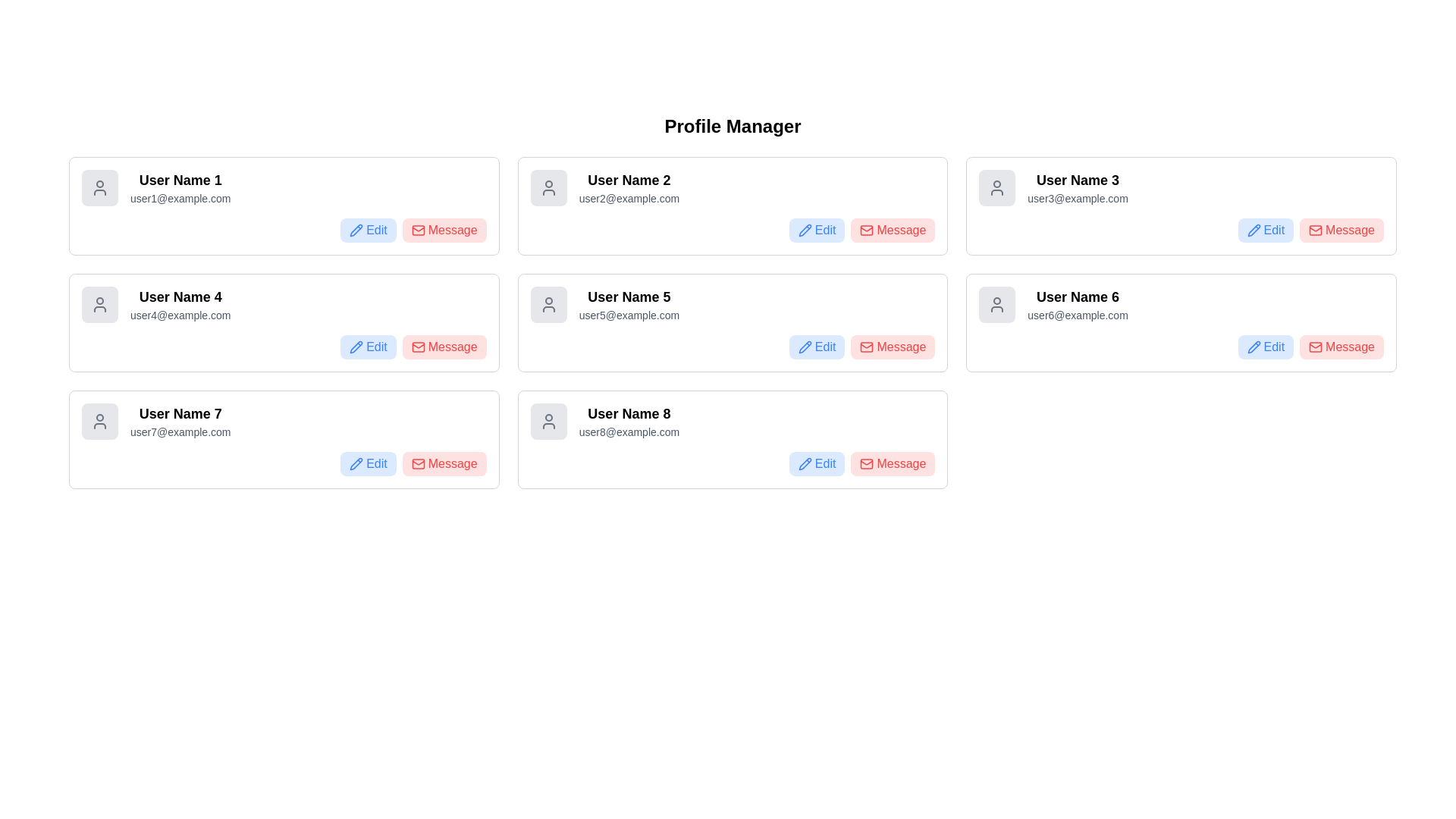  I want to click on the user profile icon representing 'User Name 8', located at the bottom right section of the grid layout, preceding the text and action buttons, so click(548, 421).